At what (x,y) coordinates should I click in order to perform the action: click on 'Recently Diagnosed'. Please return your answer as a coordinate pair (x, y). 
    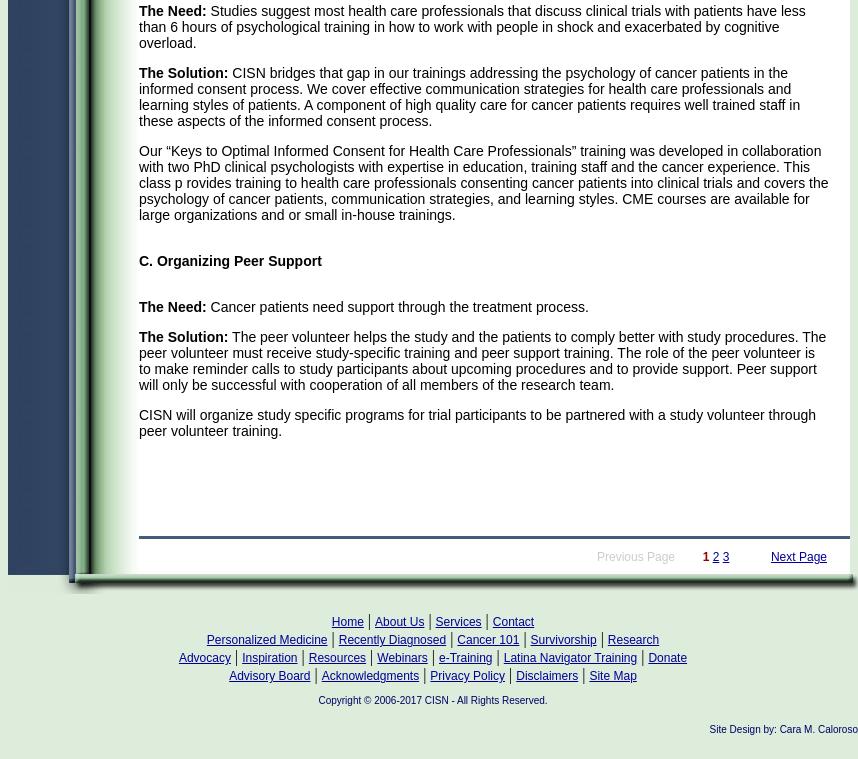
    Looking at the image, I should click on (391, 639).